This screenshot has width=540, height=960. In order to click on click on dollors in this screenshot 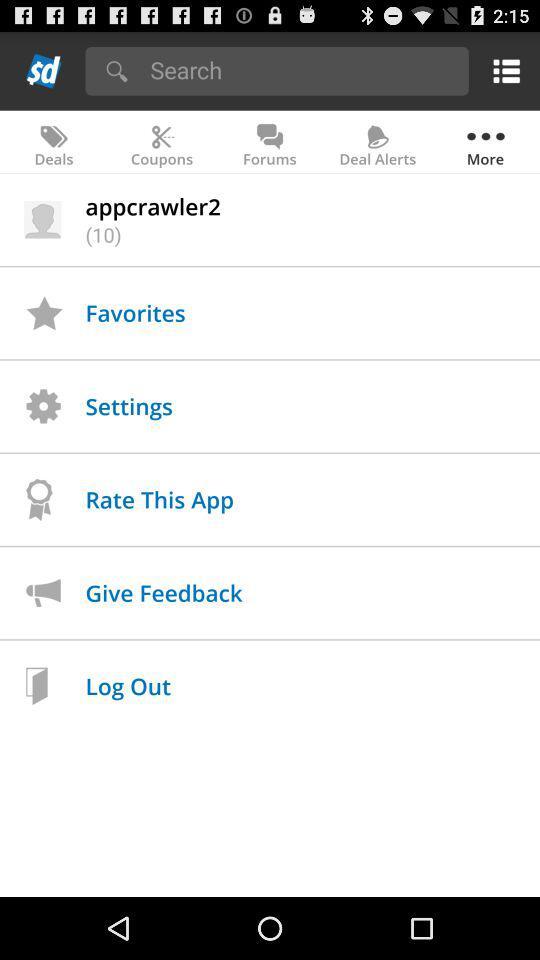, I will do `click(44, 70)`.